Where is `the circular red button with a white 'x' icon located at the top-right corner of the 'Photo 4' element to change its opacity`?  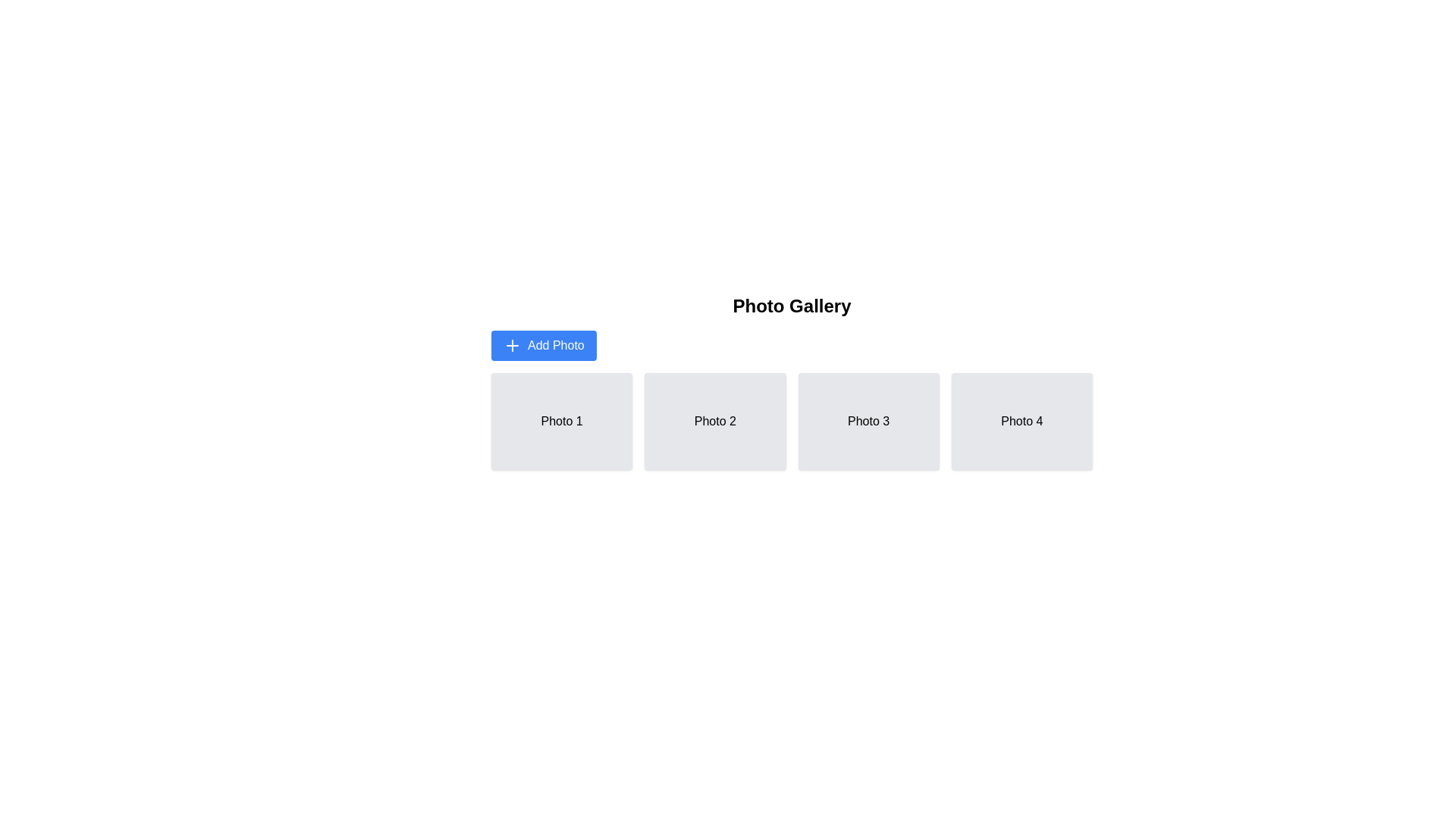 the circular red button with a white 'x' icon located at the top-right corner of the 'Photo 4' element to change its opacity is located at coordinates (1080, 384).